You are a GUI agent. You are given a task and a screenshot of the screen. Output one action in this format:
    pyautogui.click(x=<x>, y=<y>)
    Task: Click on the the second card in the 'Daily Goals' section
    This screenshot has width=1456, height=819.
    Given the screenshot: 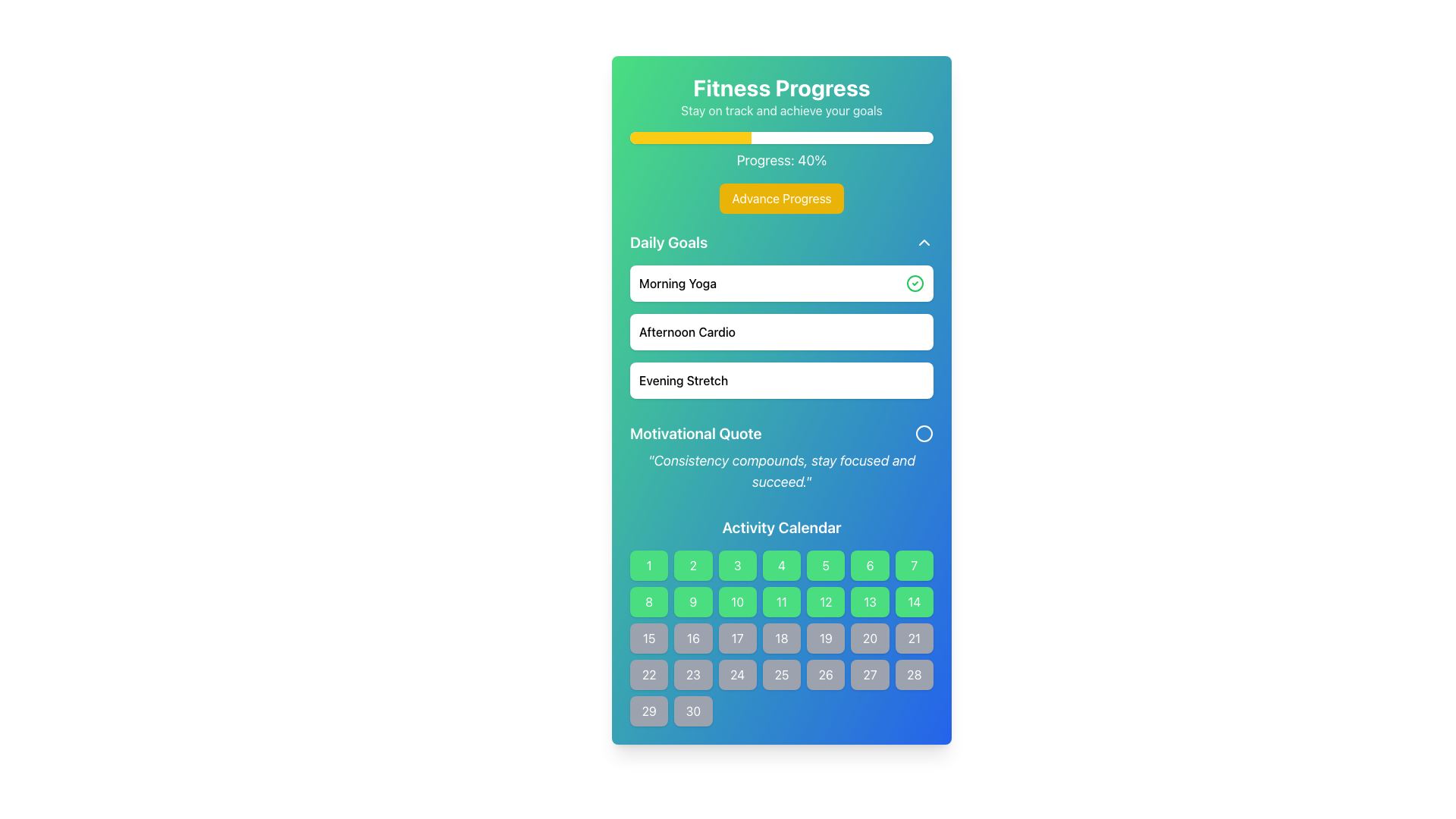 What is the action you would take?
    pyautogui.click(x=782, y=315)
    